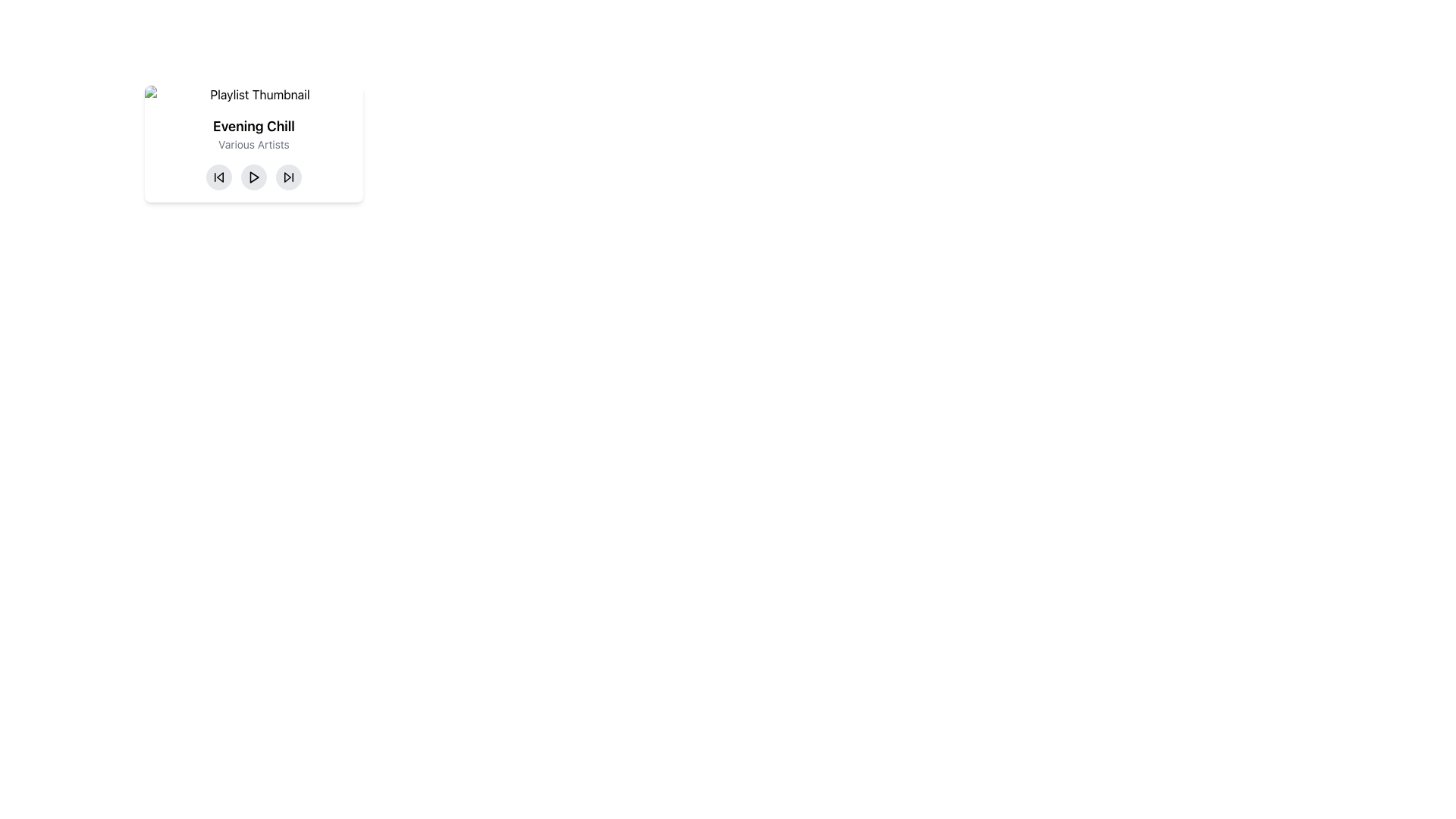 The height and width of the screenshot is (819, 1456). Describe the element at coordinates (288, 177) in the screenshot. I see `the circular skip-forward button with a light gray background located to the right of the 'Evening Chill' text to skip to the next track` at that location.